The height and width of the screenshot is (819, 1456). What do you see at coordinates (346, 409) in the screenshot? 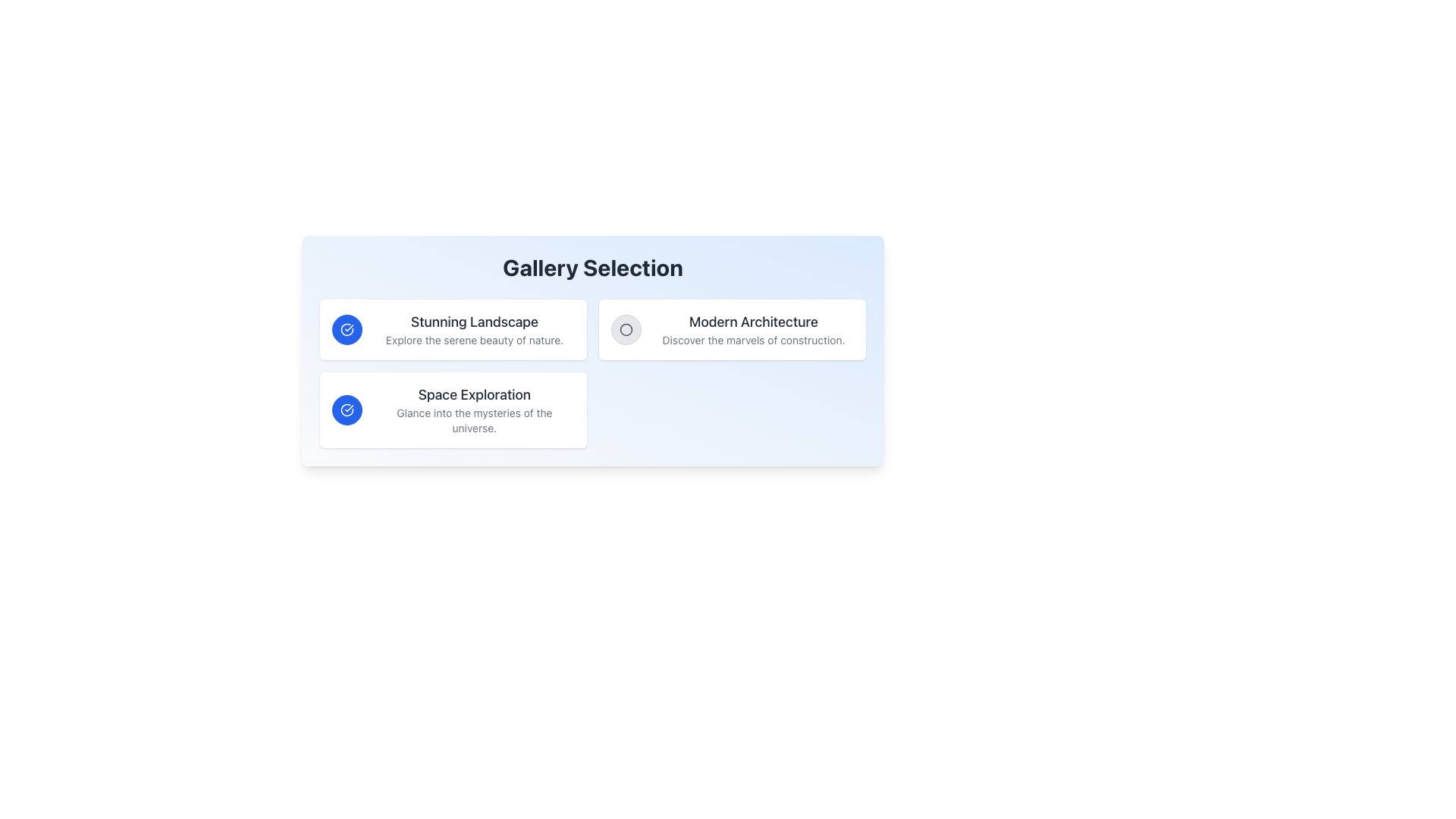
I see `the Shape component of the SVG graphic located in the left section of the 'Stunning Landscape' gallery selection area` at bounding box center [346, 409].